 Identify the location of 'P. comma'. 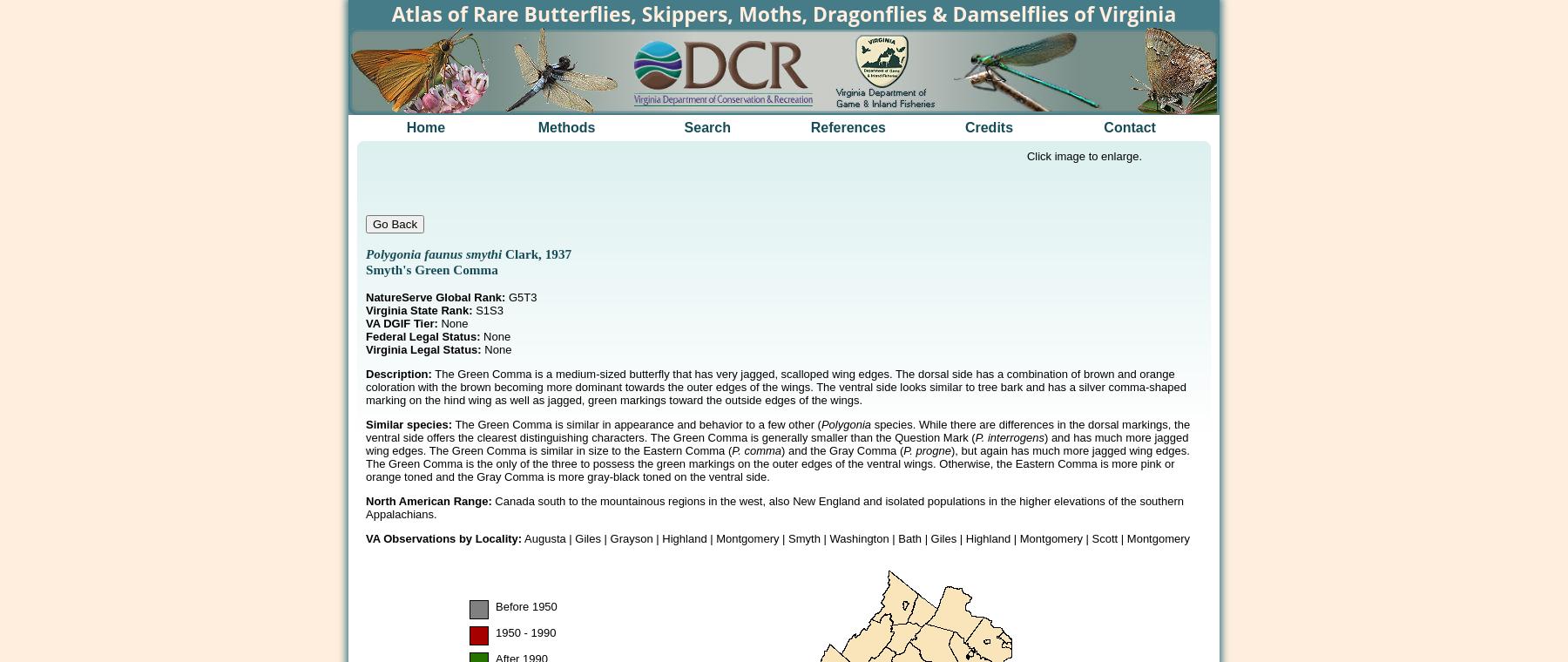
(756, 450).